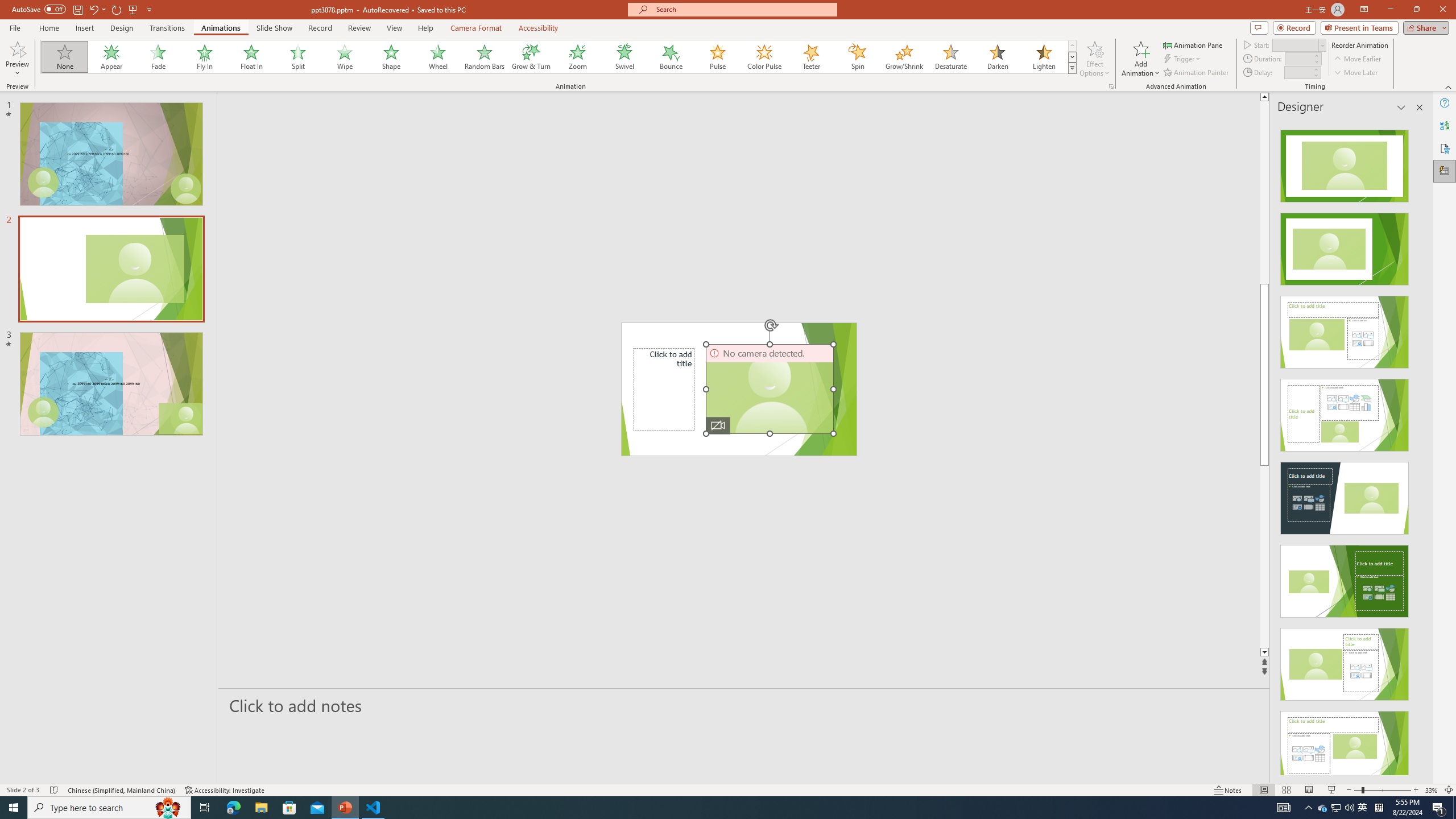 This screenshot has height=819, width=1456. What do you see at coordinates (1298, 58) in the screenshot?
I see `'Animation Duration'` at bounding box center [1298, 58].